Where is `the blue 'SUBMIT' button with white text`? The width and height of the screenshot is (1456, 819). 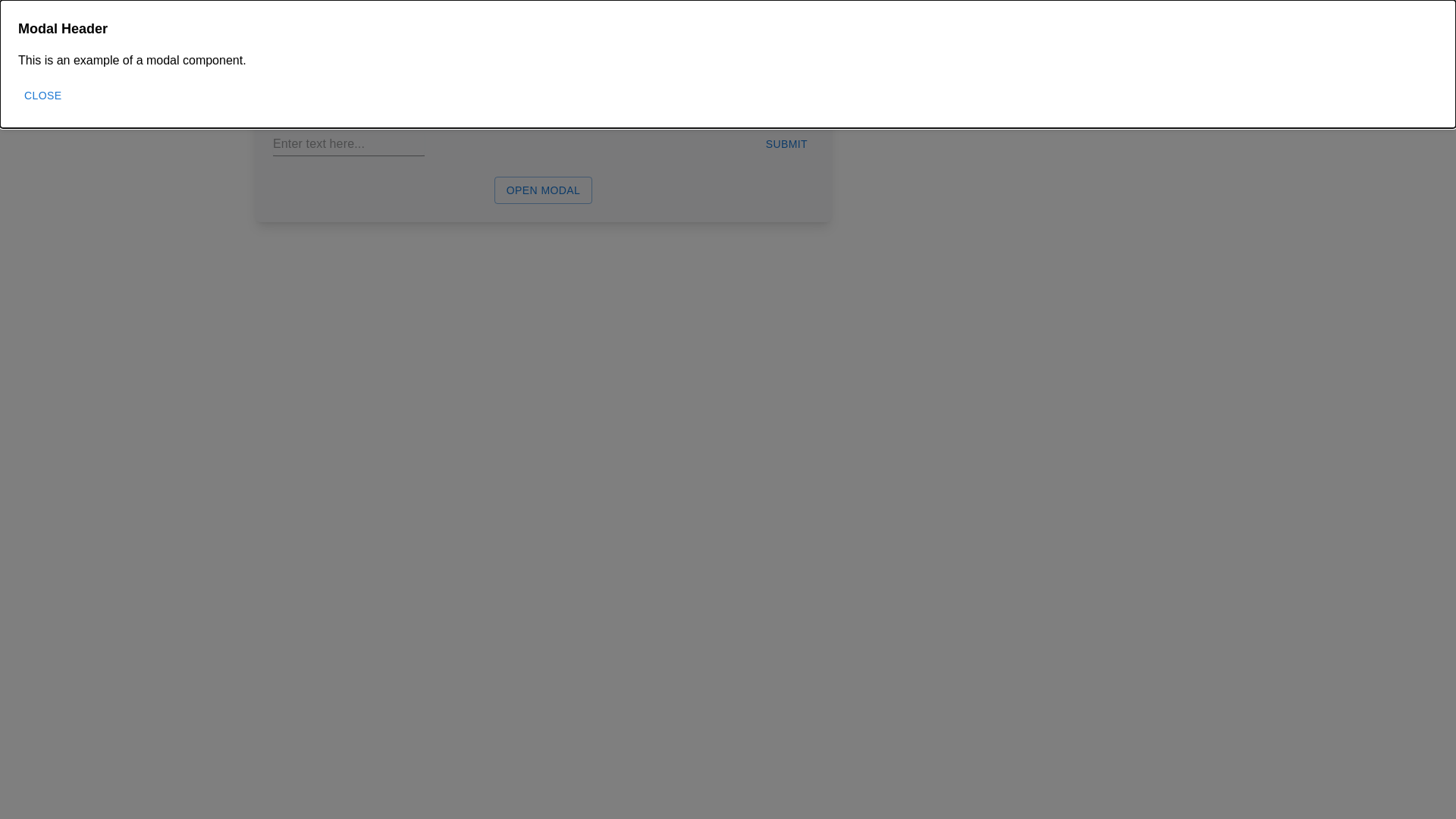 the blue 'SUBMIT' button with white text is located at coordinates (786, 144).